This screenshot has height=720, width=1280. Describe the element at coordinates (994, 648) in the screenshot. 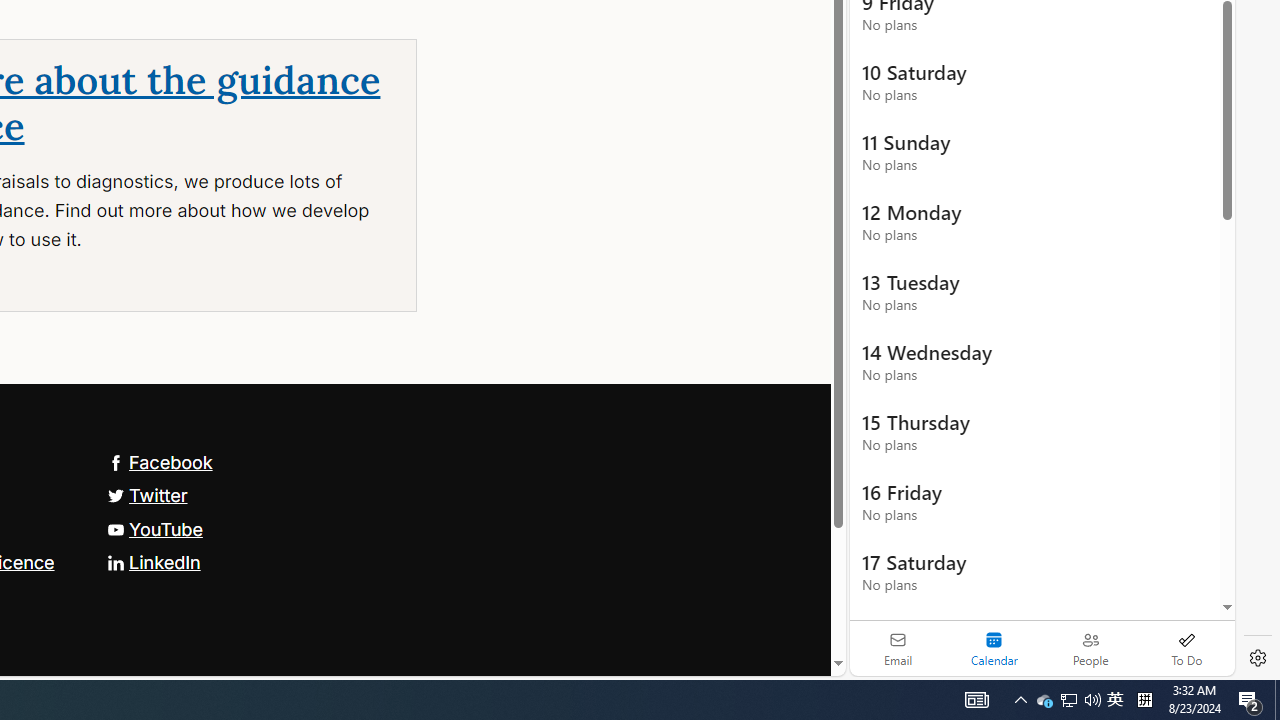

I see `'Selected calendar module. Date today is 22'` at that location.